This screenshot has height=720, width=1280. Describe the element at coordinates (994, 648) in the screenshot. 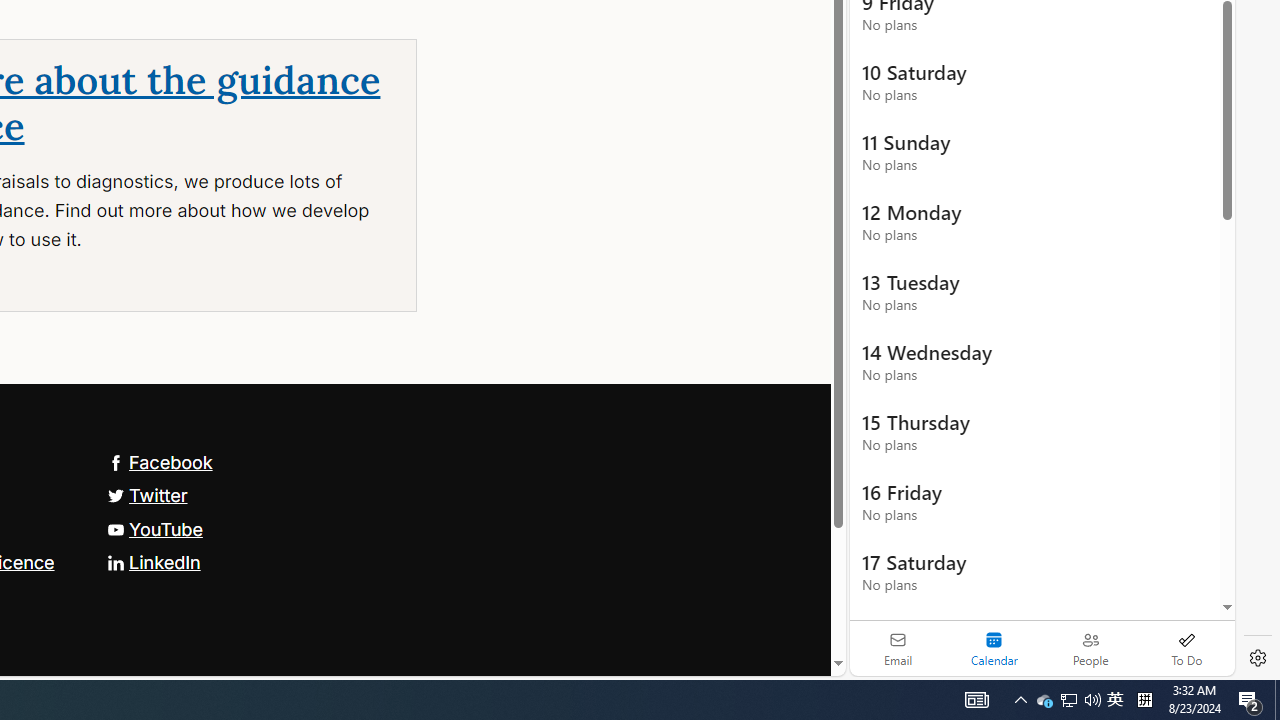

I see `'Selected calendar module. Date today is 22'` at that location.